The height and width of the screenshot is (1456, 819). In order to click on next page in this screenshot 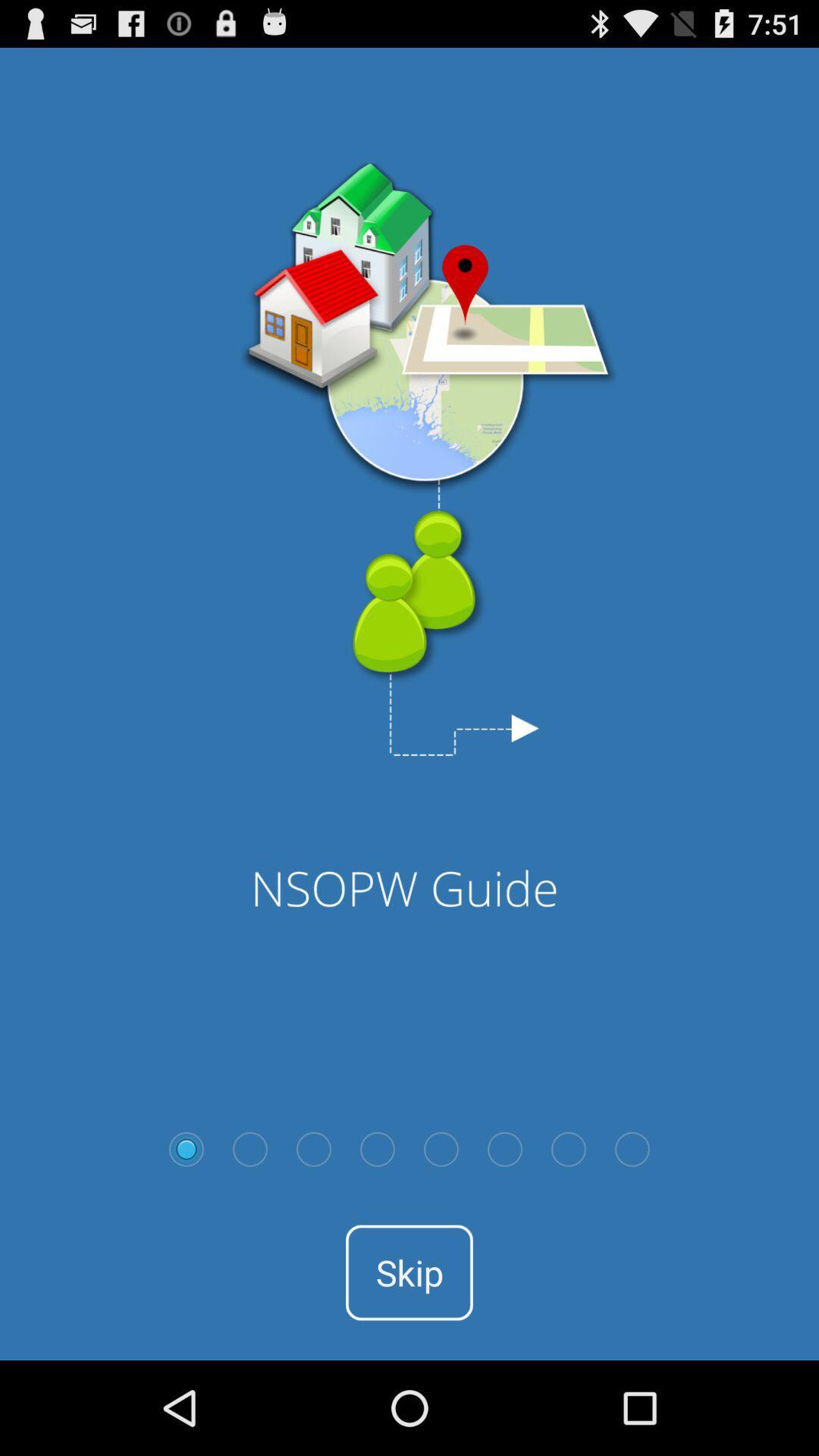, I will do `click(568, 1149)`.